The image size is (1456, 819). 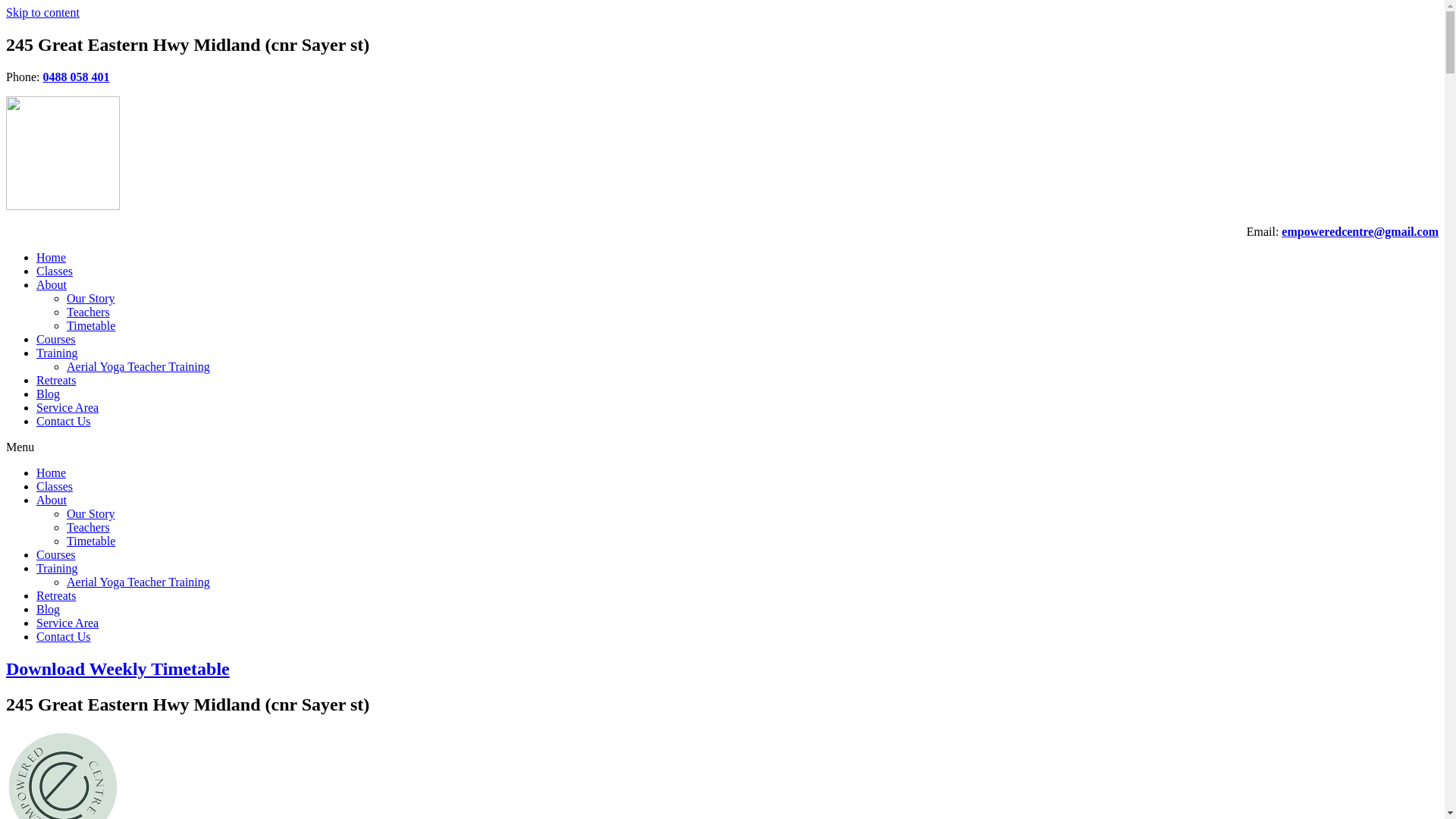 What do you see at coordinates (67, 406) in the screenshot?
I see `'Service Area'` at bounding box center [67, 406].